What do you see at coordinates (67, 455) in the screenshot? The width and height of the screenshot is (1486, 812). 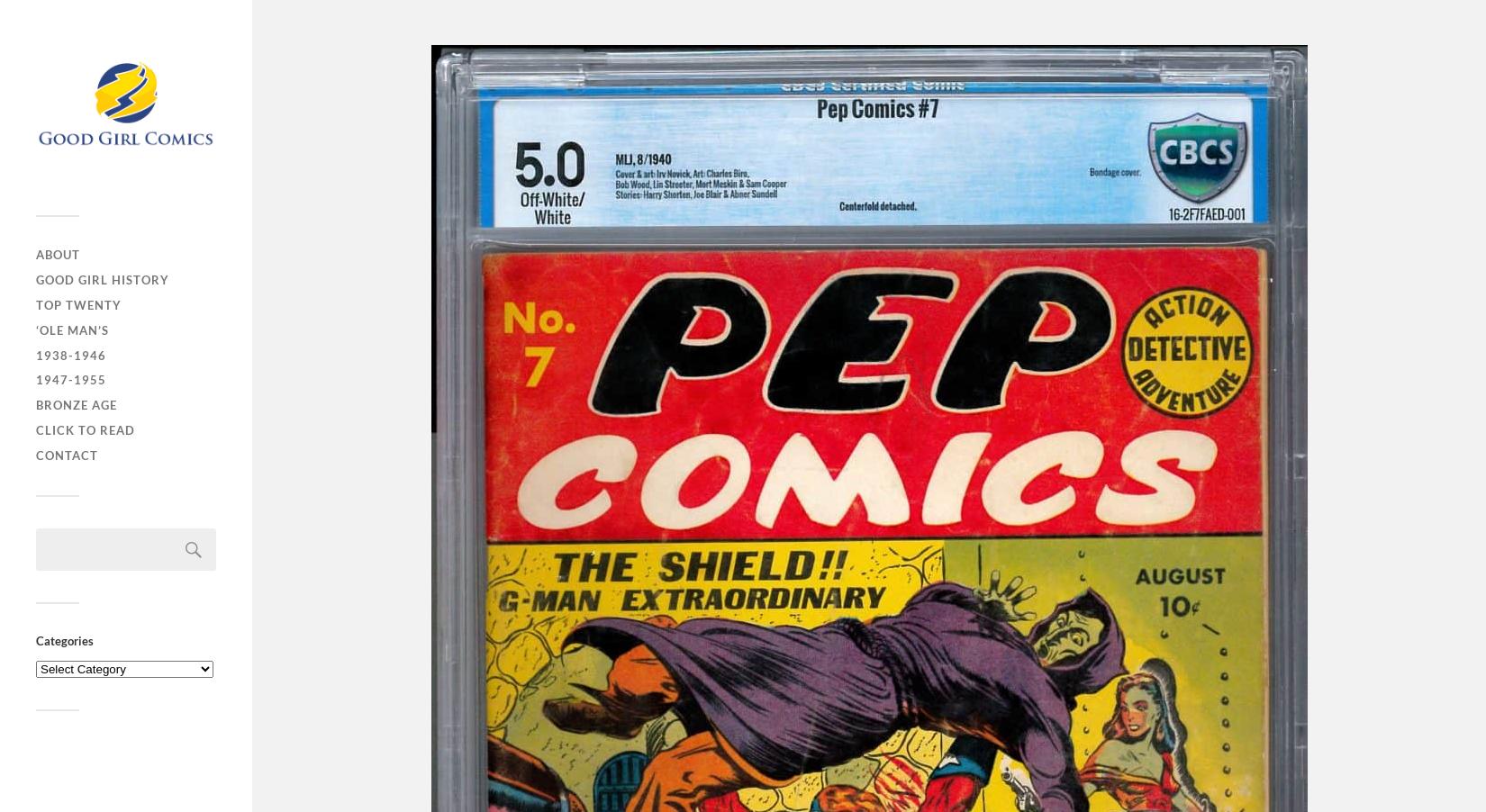 I see `'Contact'` at bounding box center [67, 455].